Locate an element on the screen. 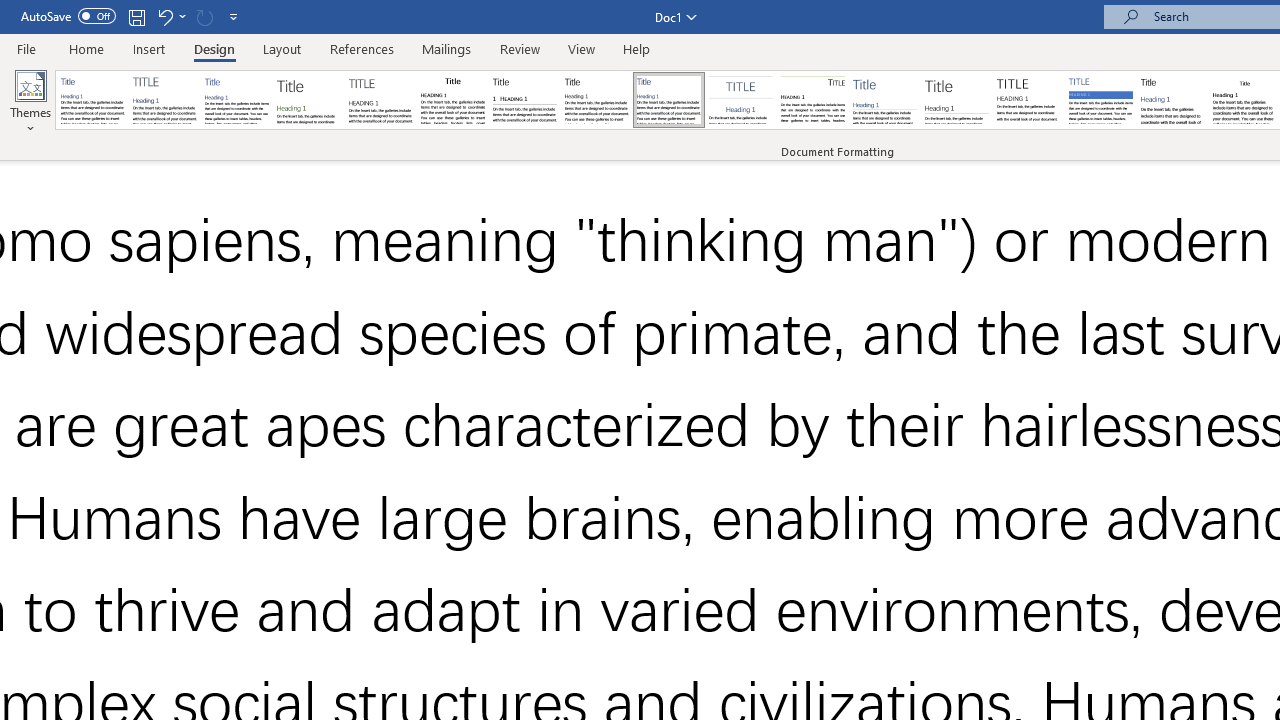 The image size is (1280, 720). 'Insert' is located at coordinates (148, 48).